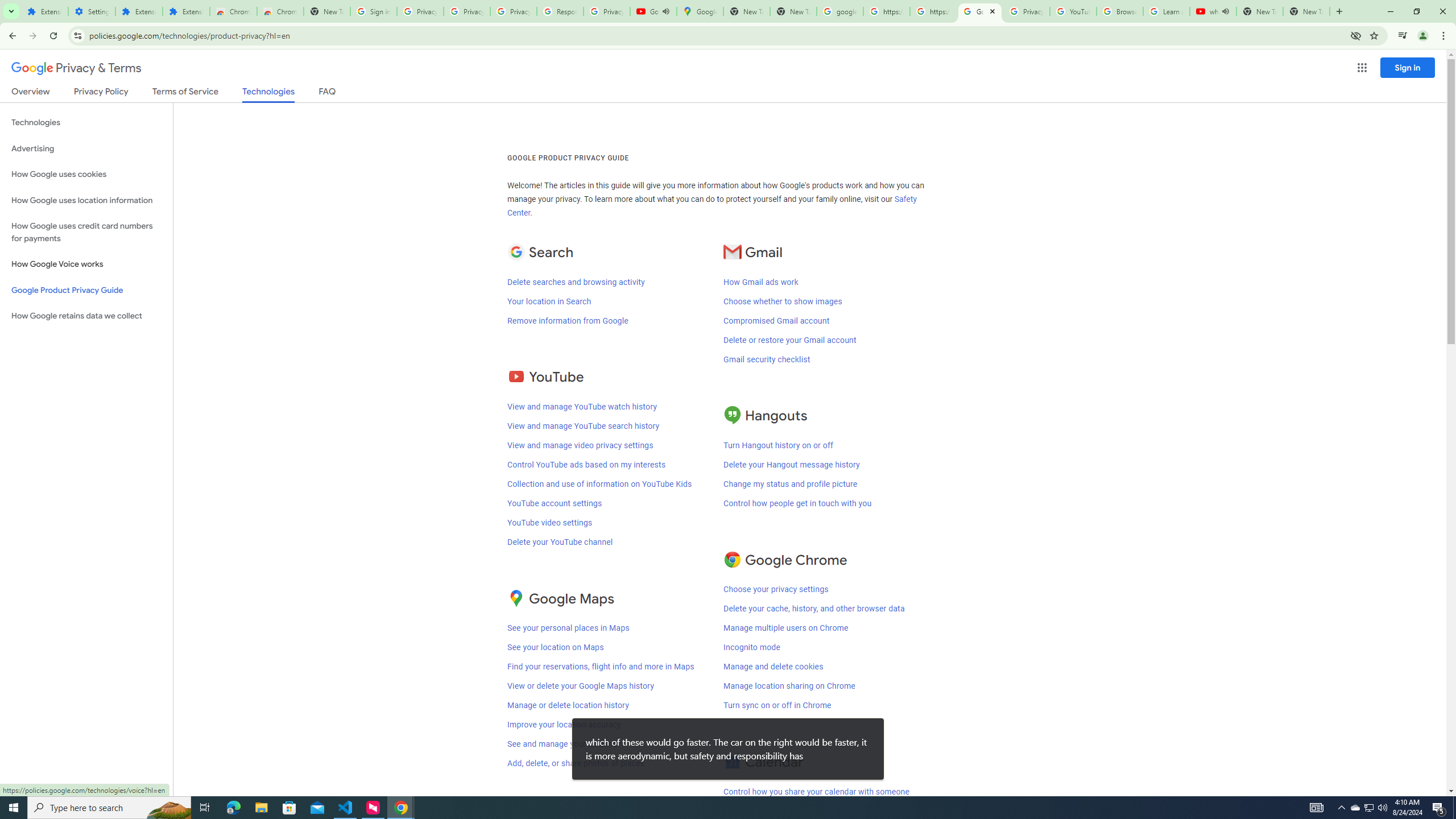  I want to click on 'Extensions', so click(44, 11).